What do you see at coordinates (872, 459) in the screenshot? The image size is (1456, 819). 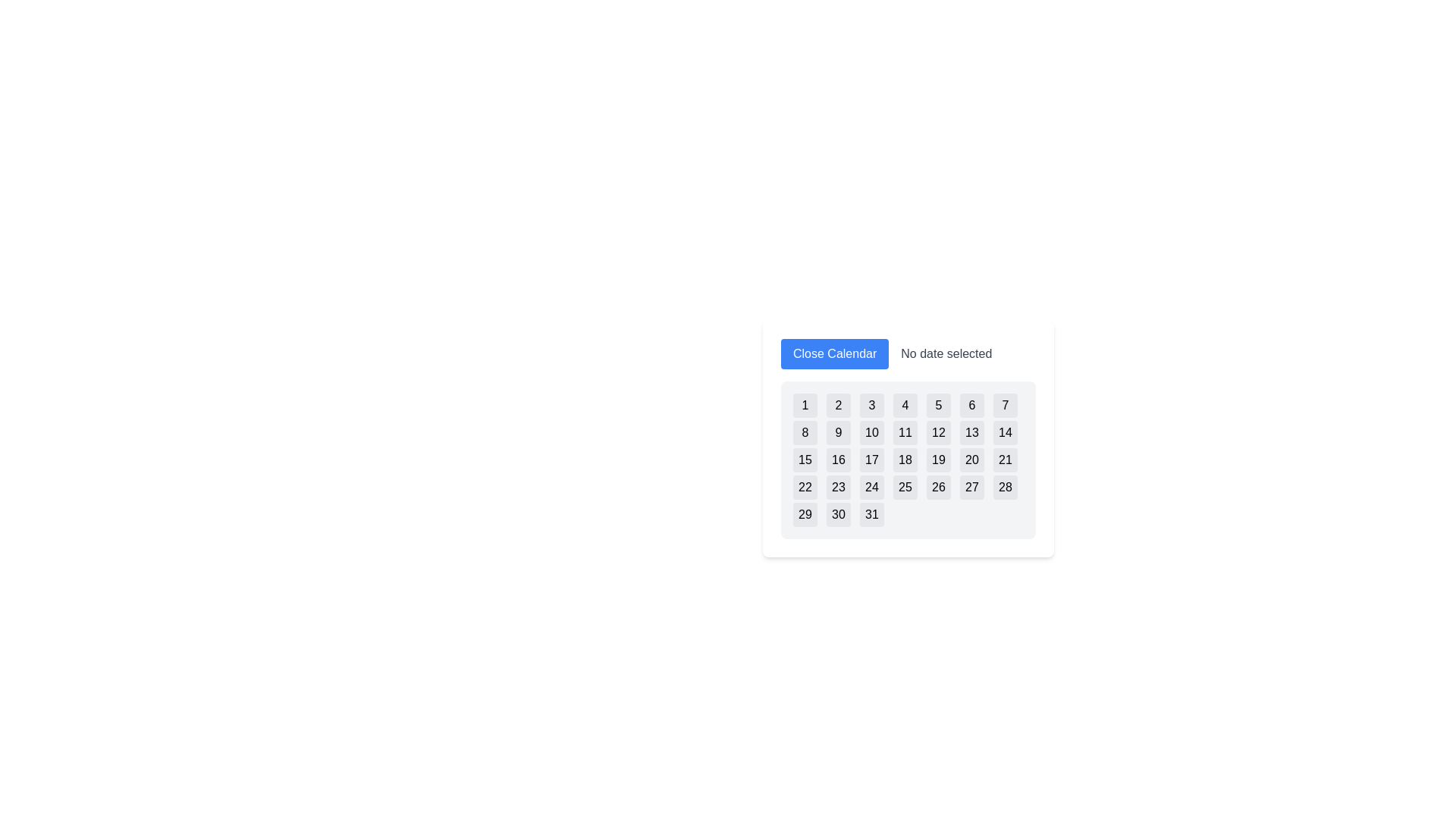 I see `the date selection button located in the third row and third column of the calendar grid` at bounding box center [872, 459].